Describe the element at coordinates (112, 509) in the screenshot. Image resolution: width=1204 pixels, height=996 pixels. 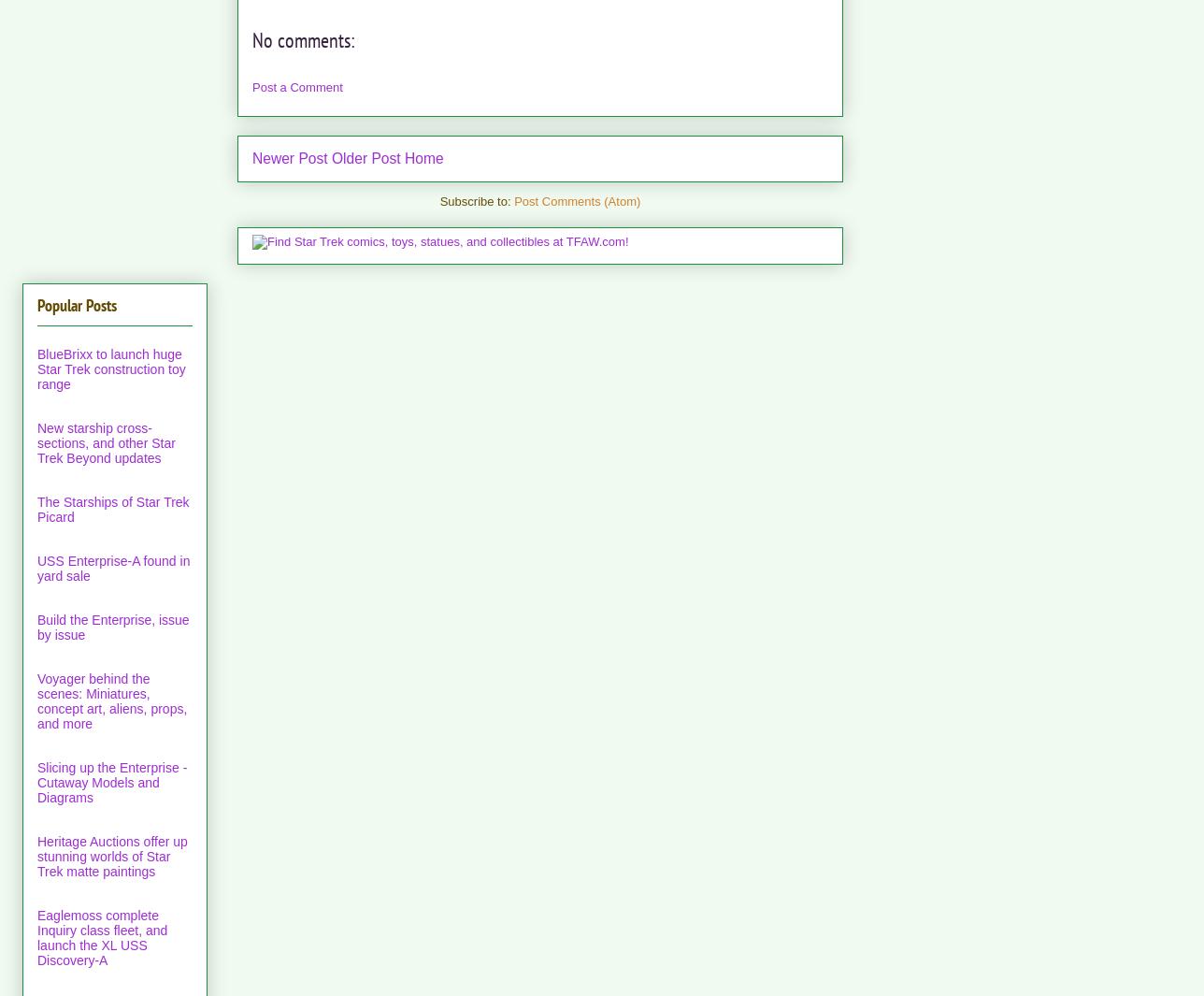
I see `'The Starships of Star Trek Picard'` at that location.